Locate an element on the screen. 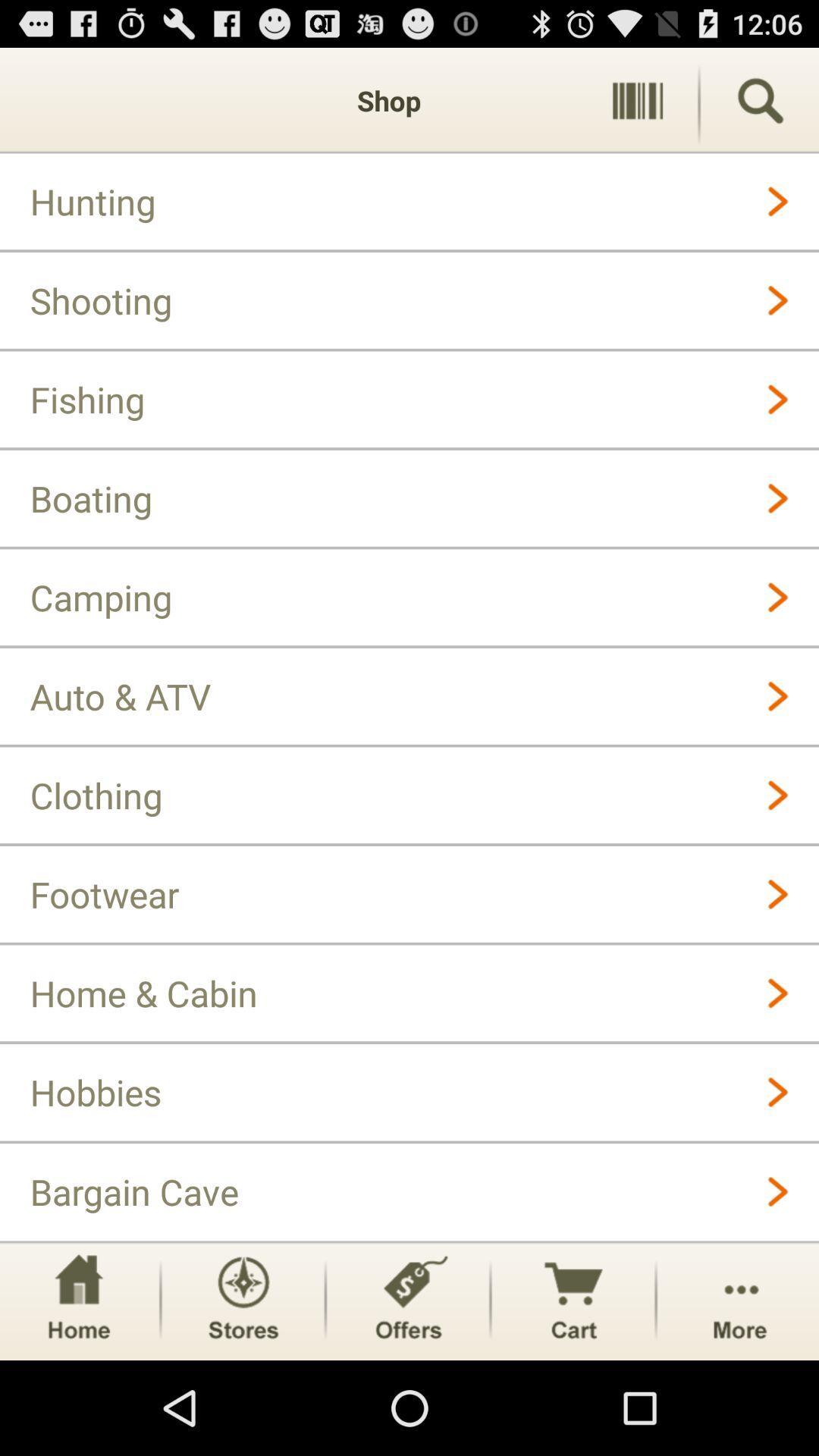 This screenshot has width=819, height=1456. the more icon is located at coordinates (739, 1392).